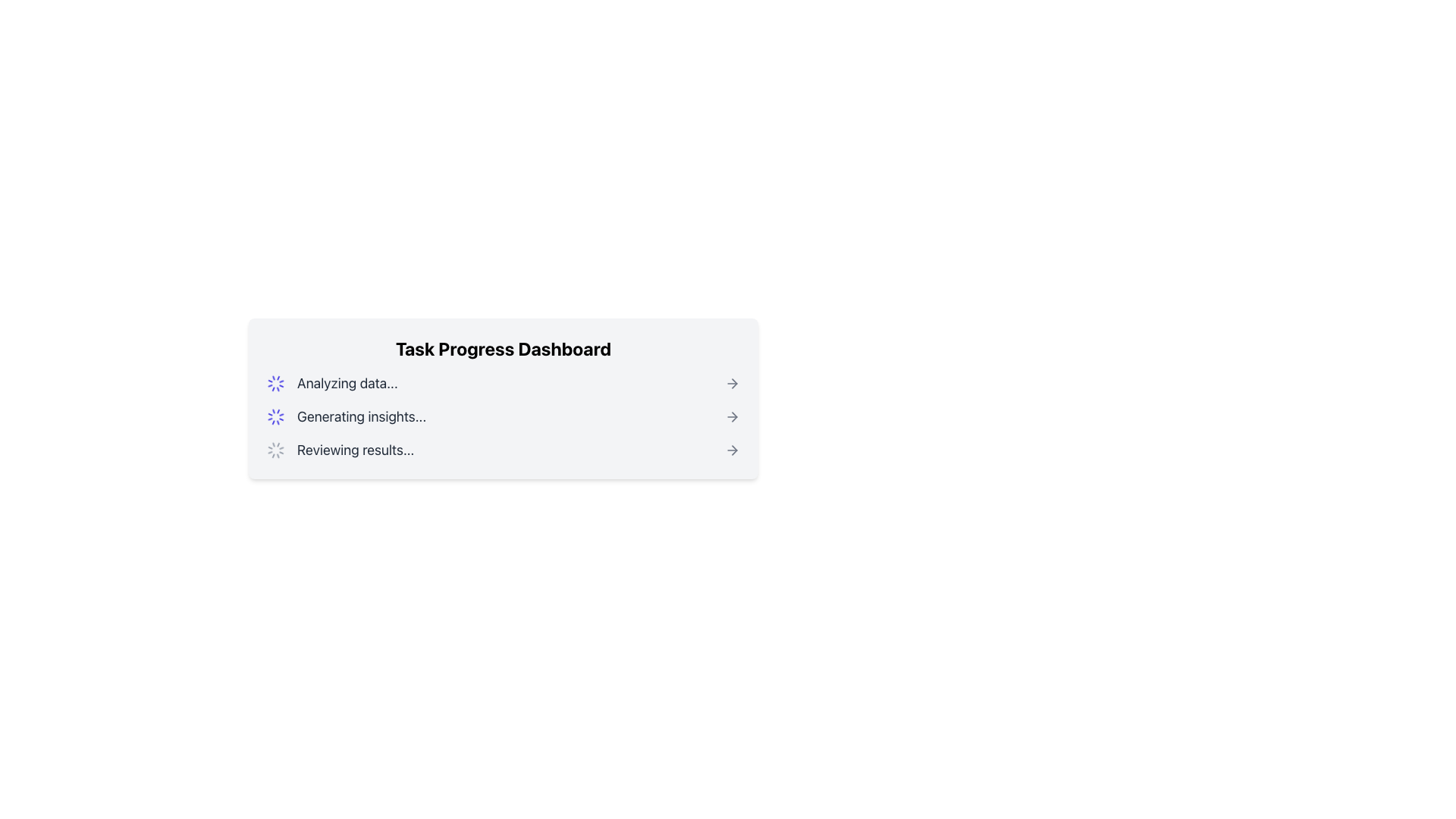 The image size is (1456, 819). Describe the element at coordinates (503, 417) in the screenshot. I see `the Status item that indicates the current stage in the task progress dashboard, positioned between 'Analyzing data...' and 'Reviewing results...'` at that location.